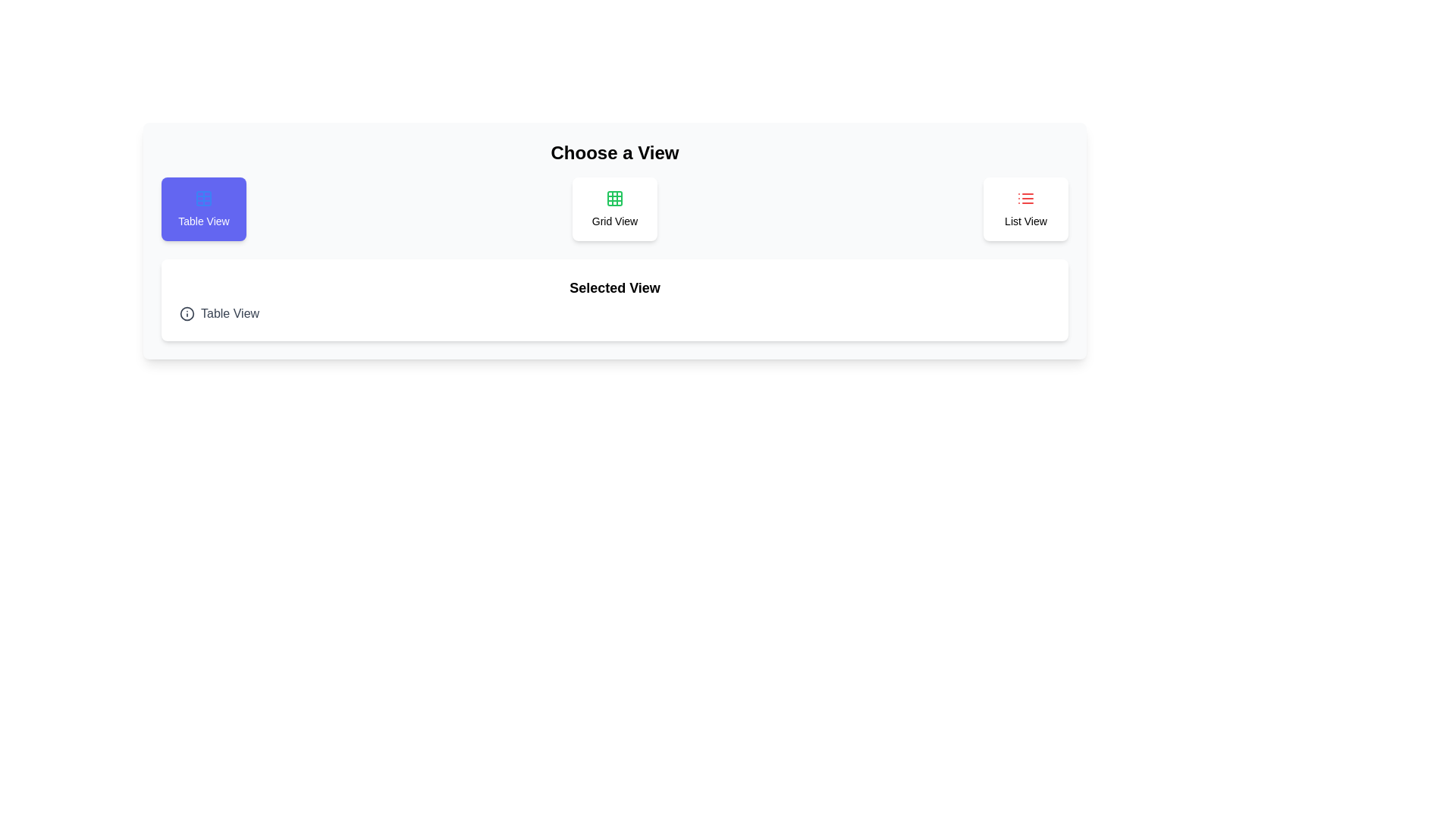  What do you see at coordinates (615, 198) in the screenshot?
I see `the 'Grid View' button containing the green-stroked 3x3 grid icon by clicking on it` at bounding box center [615, 198].